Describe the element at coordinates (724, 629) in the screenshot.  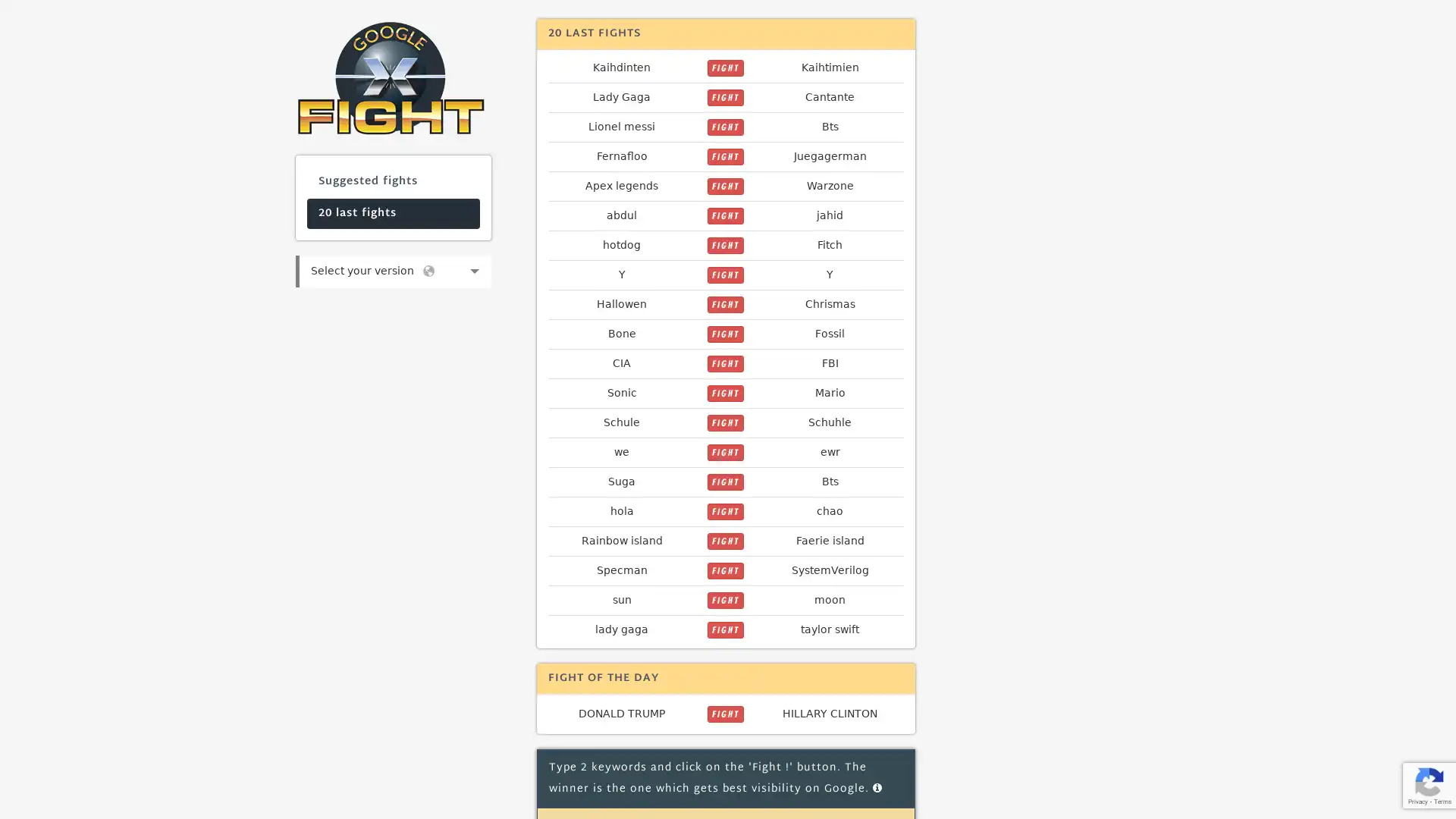
I see `FIGHT` at that location.